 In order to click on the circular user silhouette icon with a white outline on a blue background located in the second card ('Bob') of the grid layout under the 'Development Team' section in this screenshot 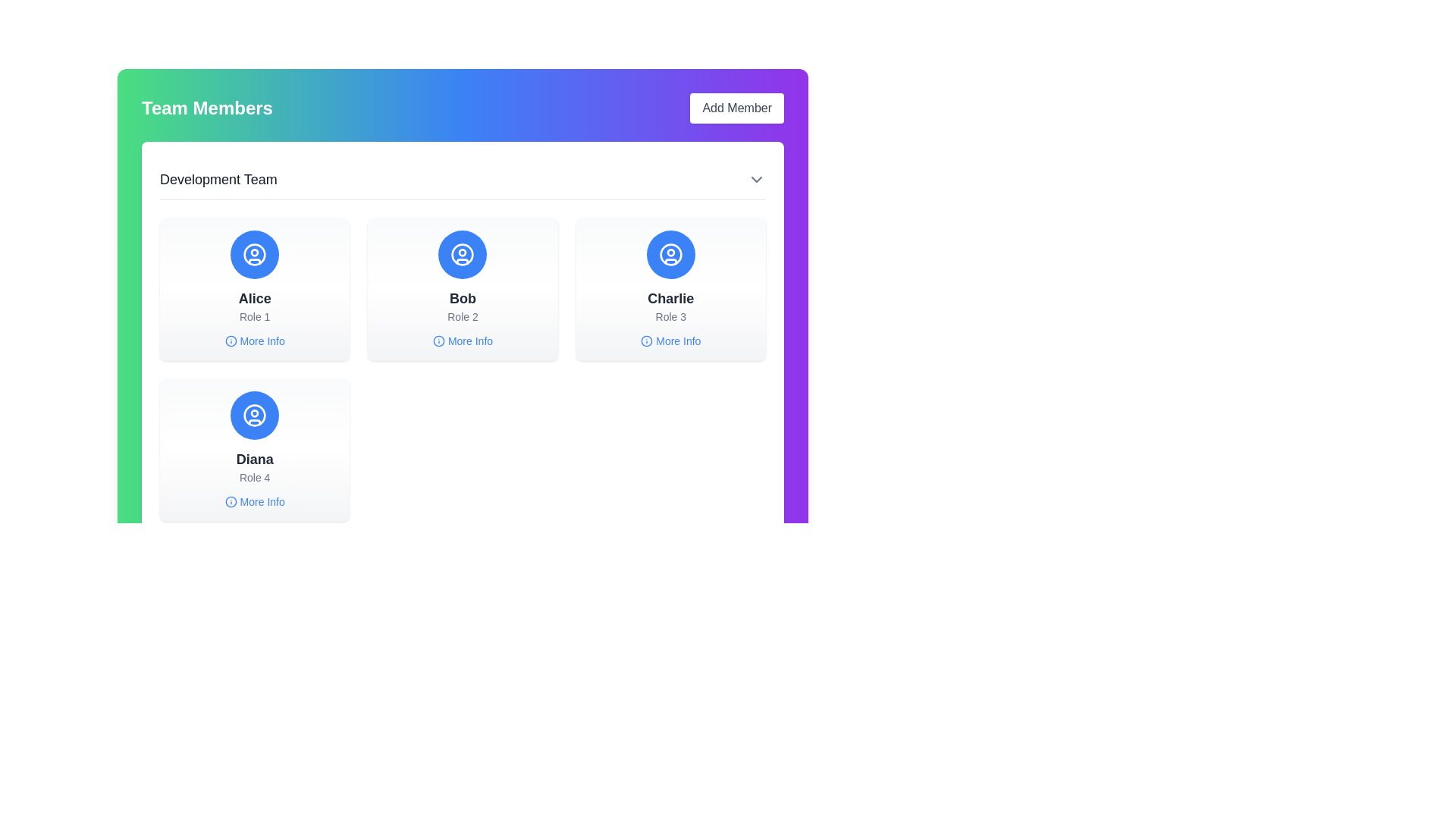, I will do `click(462, 253)`.